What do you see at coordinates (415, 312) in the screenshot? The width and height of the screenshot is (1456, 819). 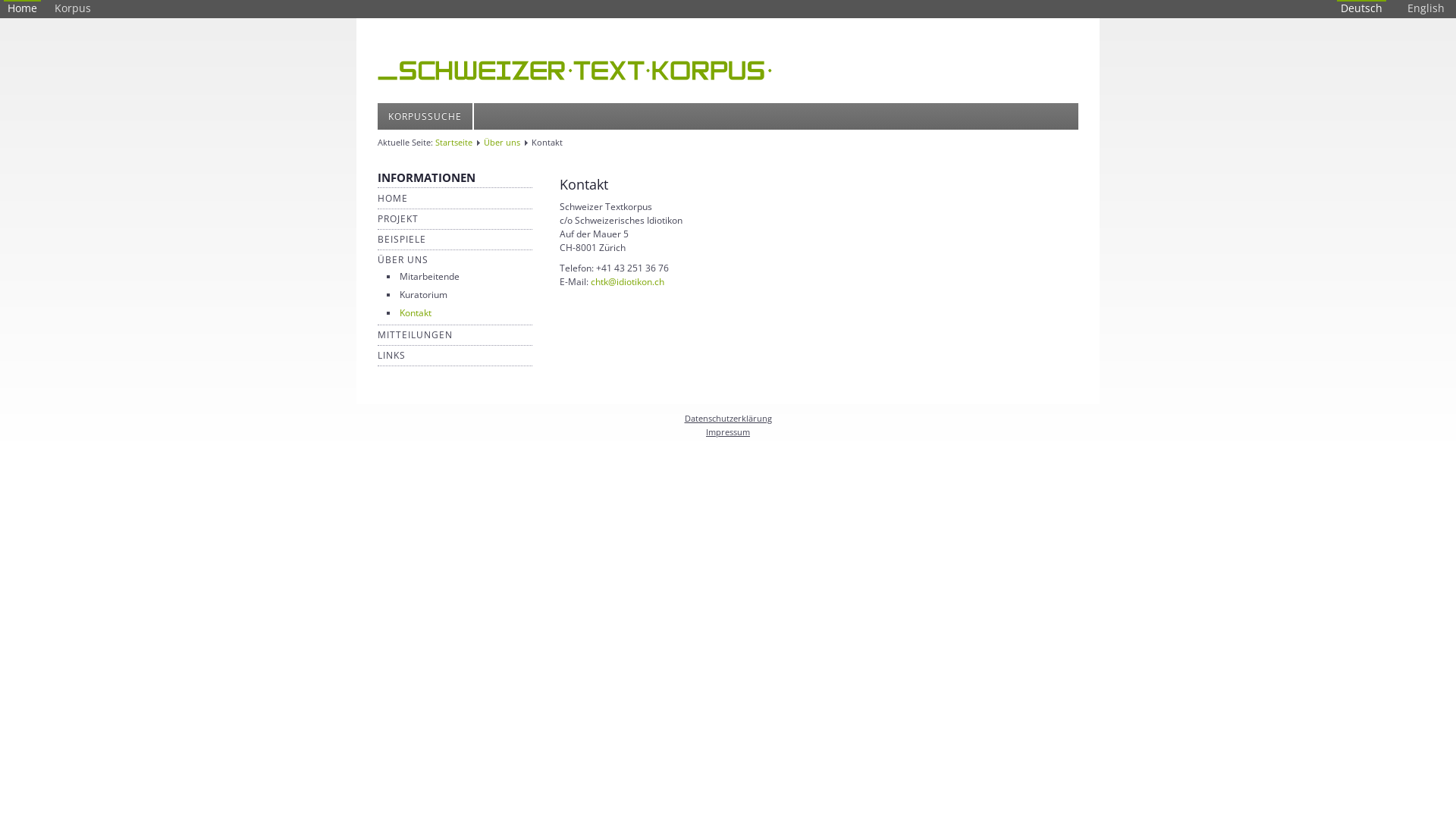 I see `'Kontakt'` at bounding box center [415, 312].